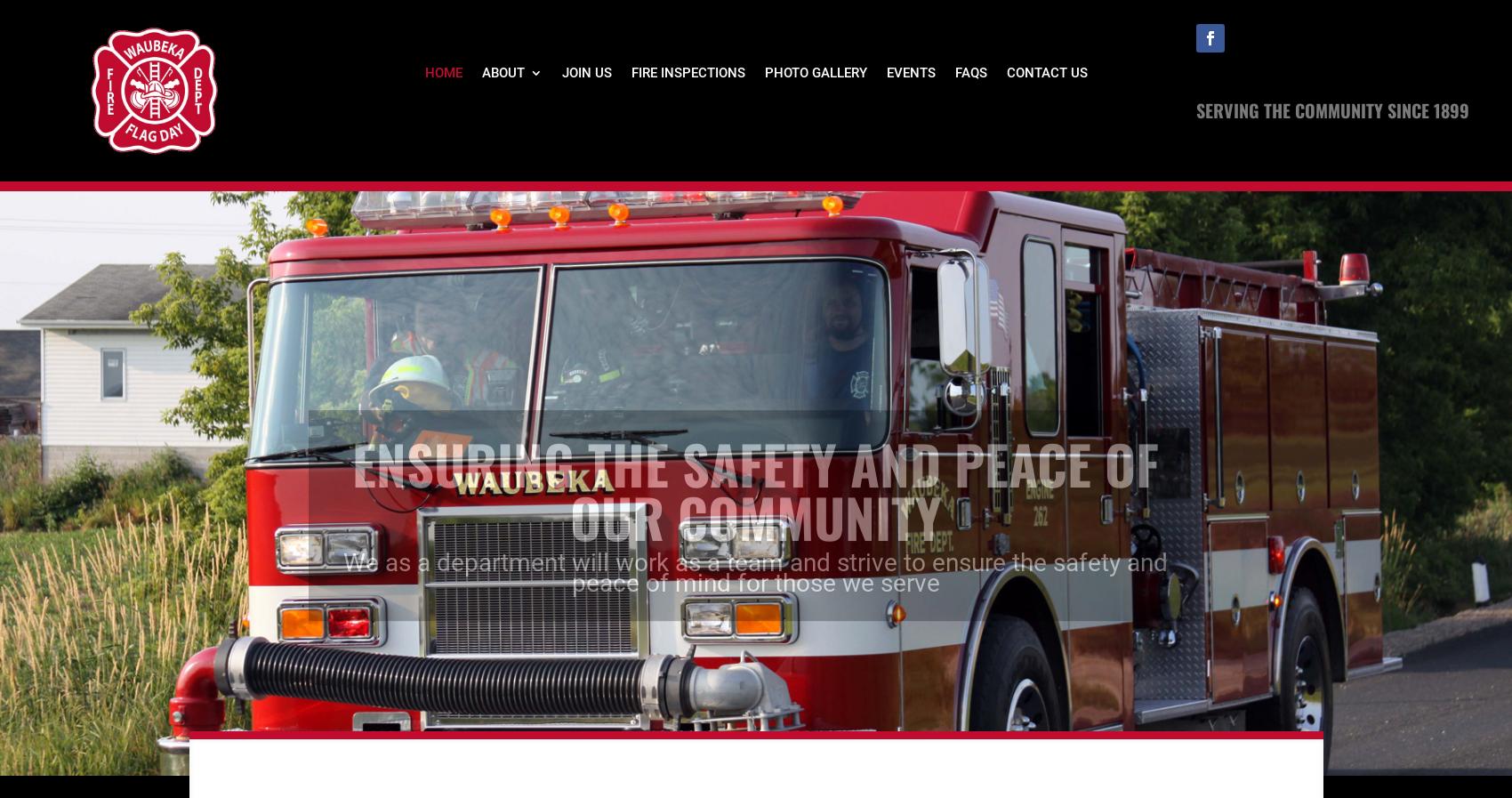 Image resolution: width=1512 pixels, height=798 pixels. What do you see at coordinates (502, 71) in the screenshot?
I see `'About'` at bounding box center [502, 71].